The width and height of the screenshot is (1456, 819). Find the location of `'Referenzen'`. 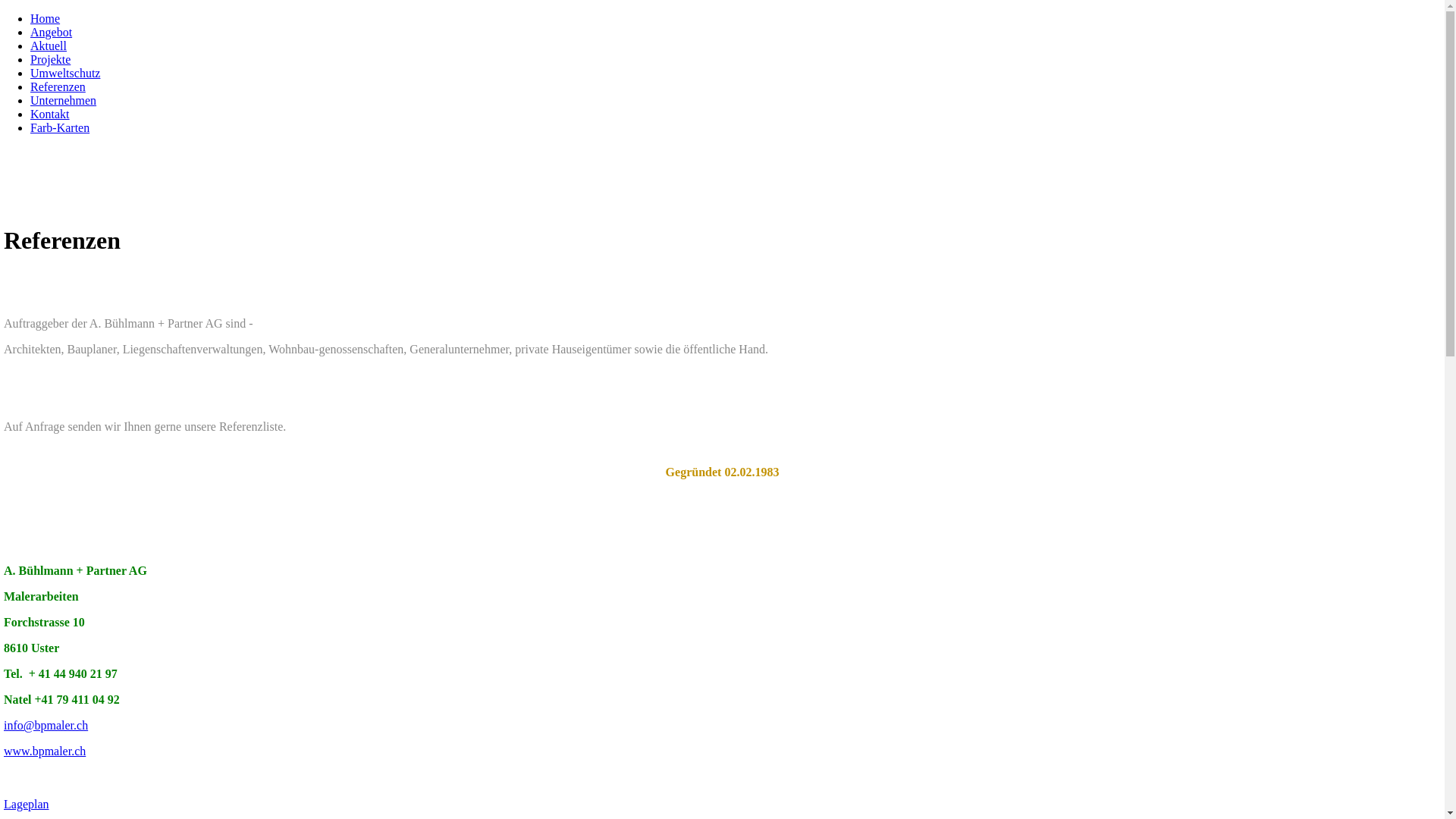

'Referenzen' is located at coordinates (58, 86).